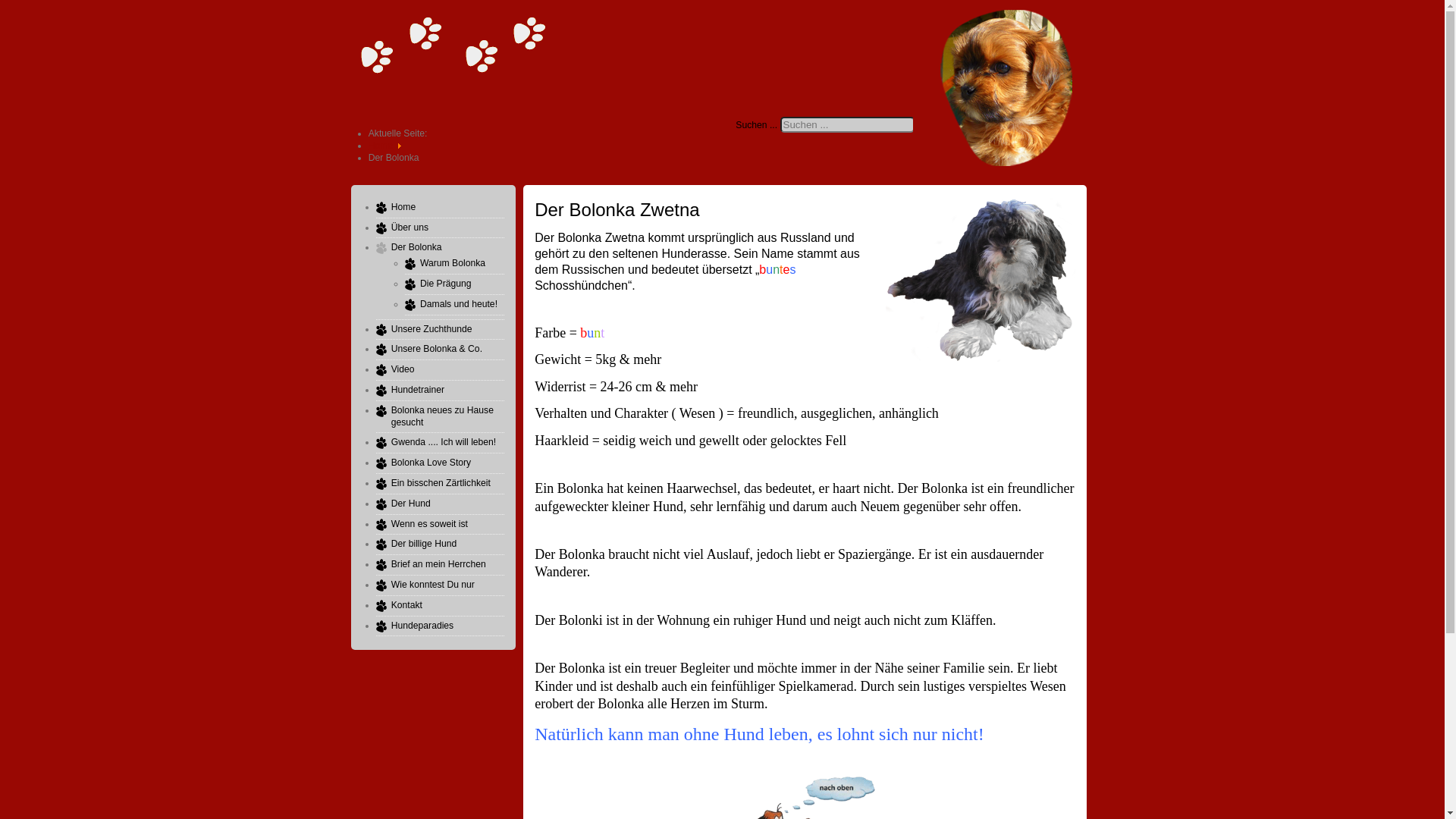 Image resolution: width=1456 pixels, height=819 pixels. Describe the element at coordinates (391, 584) in the screenshot. I see `'Wie konntest Du nur'` at that location.